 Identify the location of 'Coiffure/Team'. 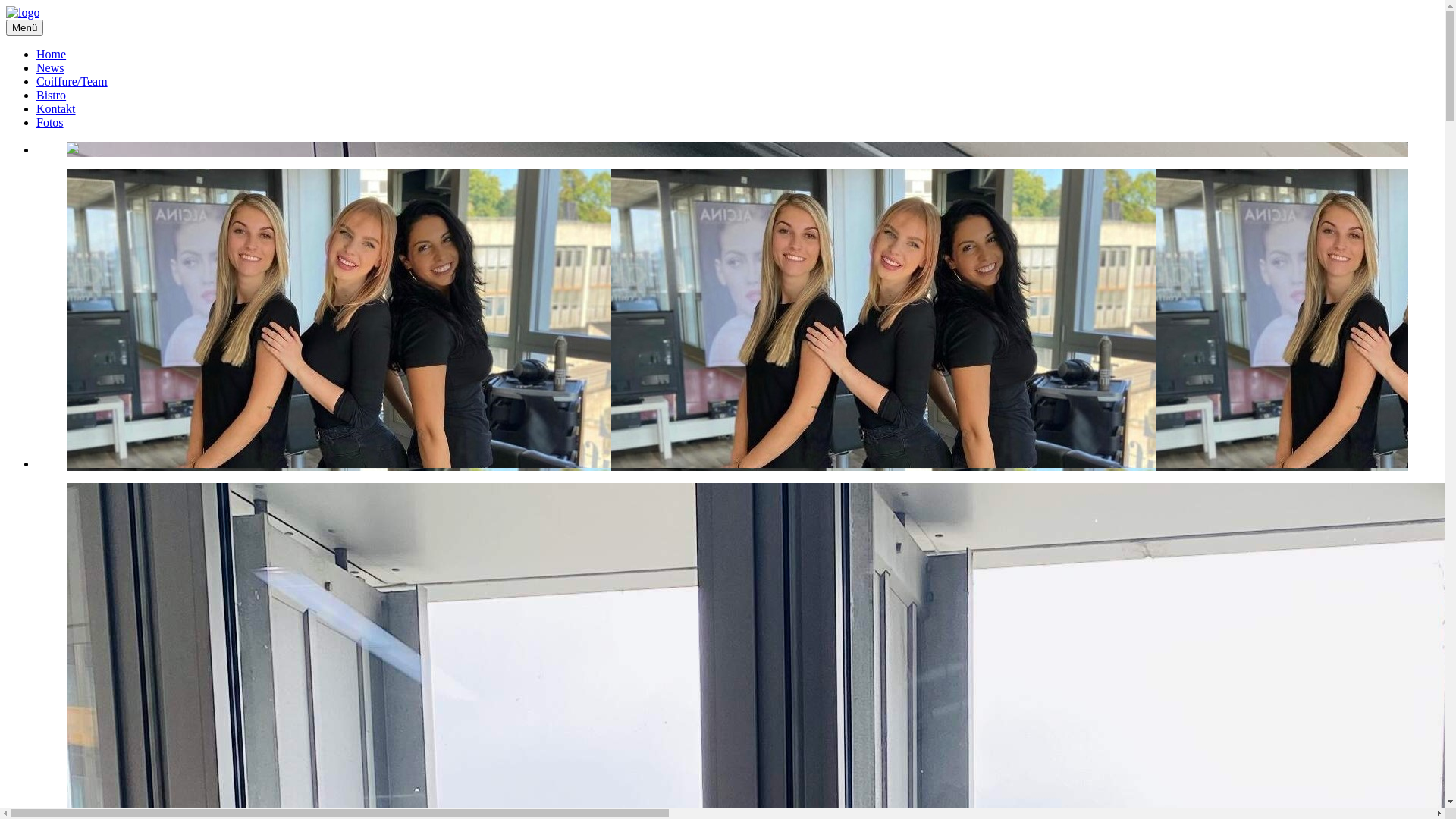
(36, 81).